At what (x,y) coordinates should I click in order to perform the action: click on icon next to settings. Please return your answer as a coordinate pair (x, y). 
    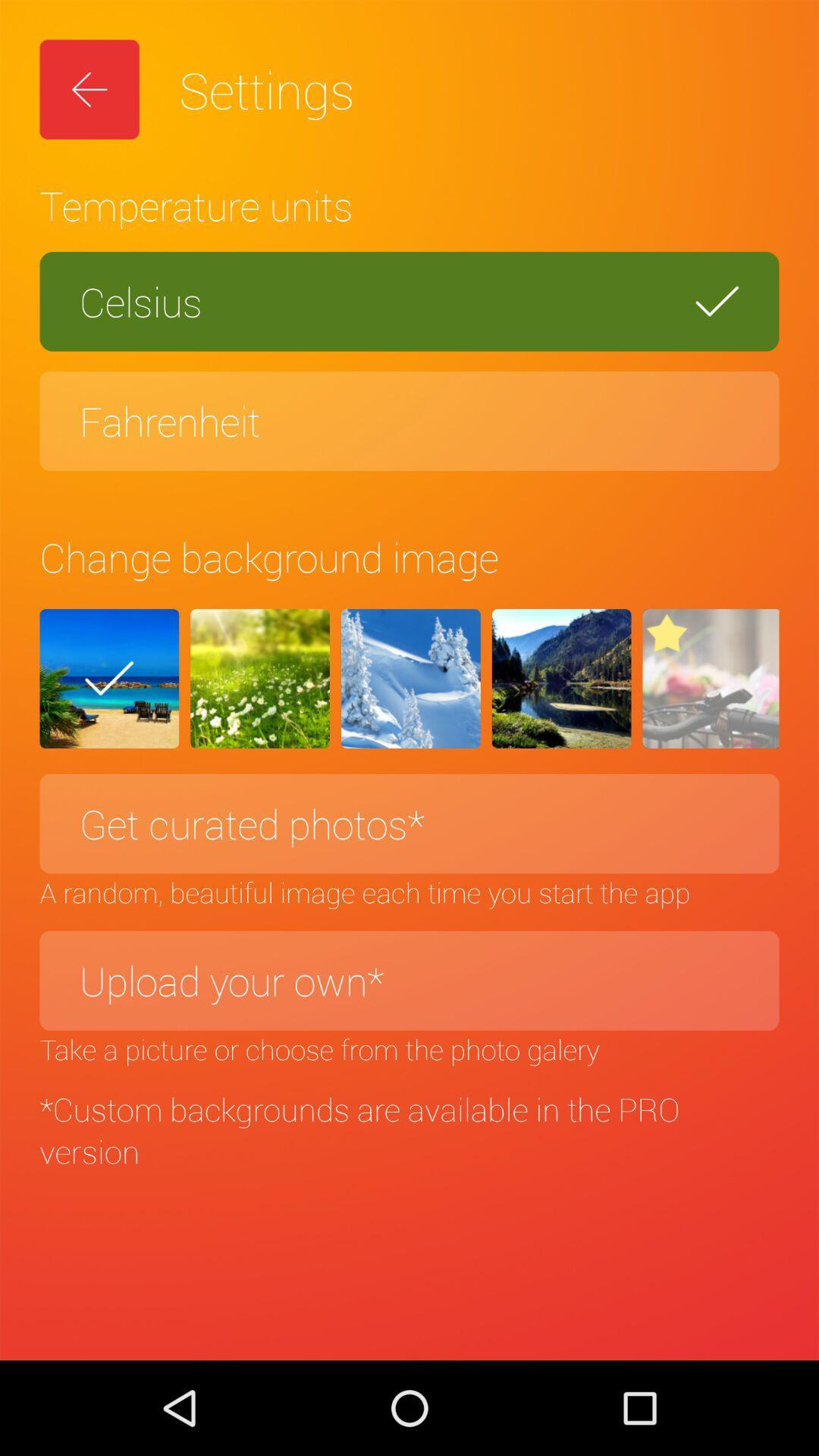
    Looking at the image, I should click on (89, 89).